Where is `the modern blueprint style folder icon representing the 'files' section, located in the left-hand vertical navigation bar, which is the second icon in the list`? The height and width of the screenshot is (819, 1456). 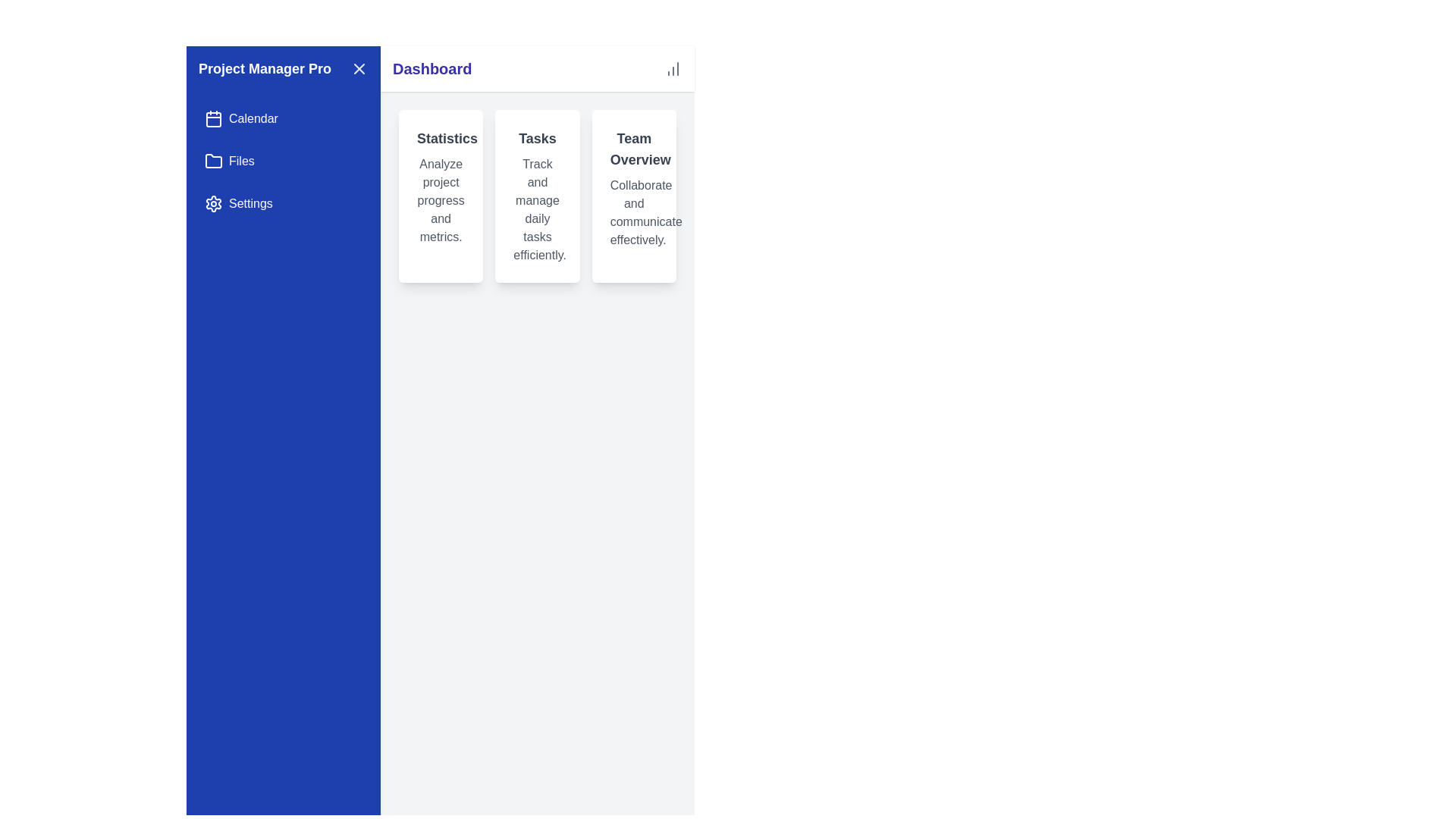
the modern blueprint style folder icon representing the 'files' section, located in the left-hand vertical navigation bar, which is the second icon in the list is located at coordinates (213, 161).